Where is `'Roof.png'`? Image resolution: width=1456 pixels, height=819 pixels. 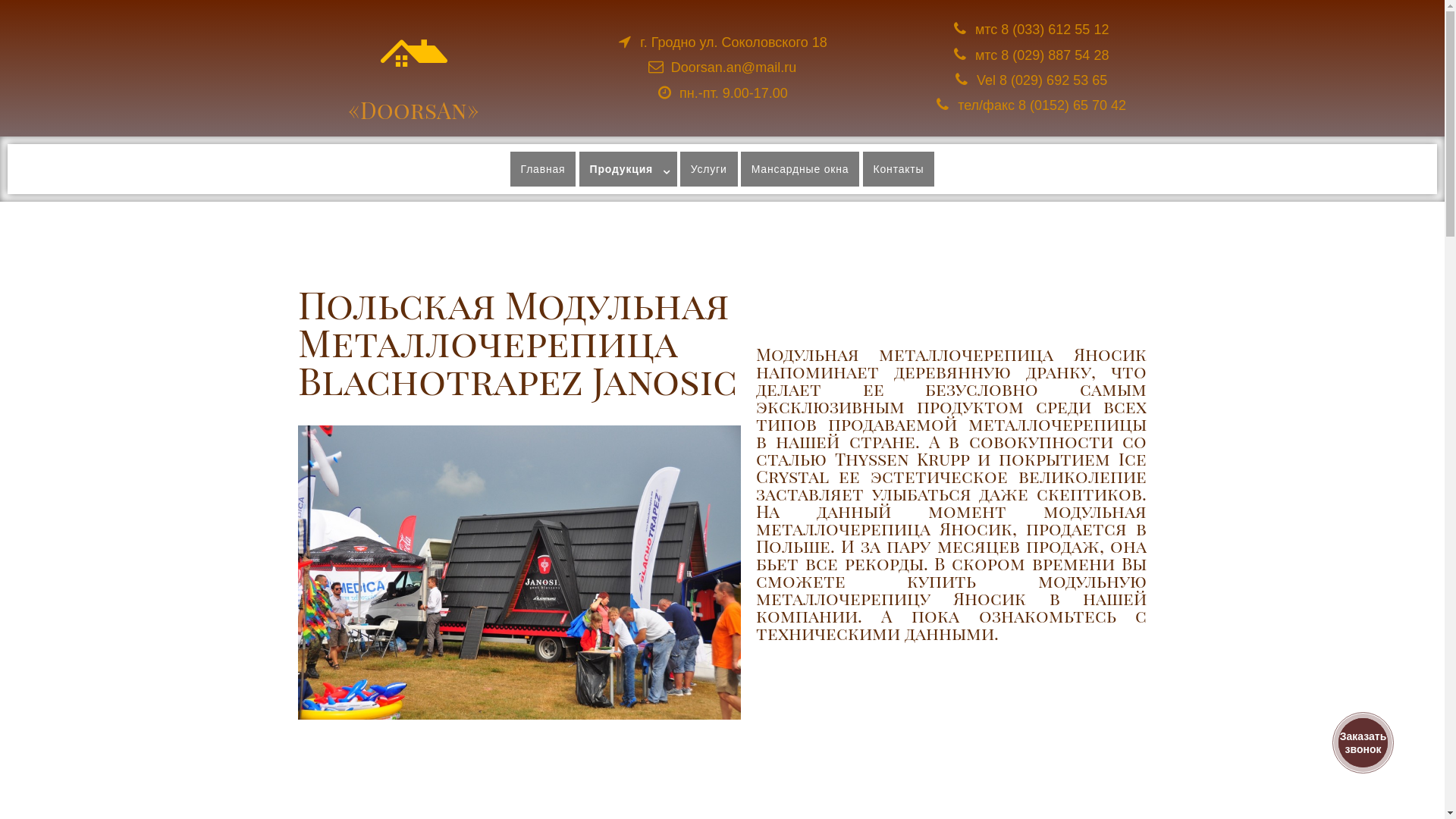
'Roof.png' is located at coordinates (414, 52).